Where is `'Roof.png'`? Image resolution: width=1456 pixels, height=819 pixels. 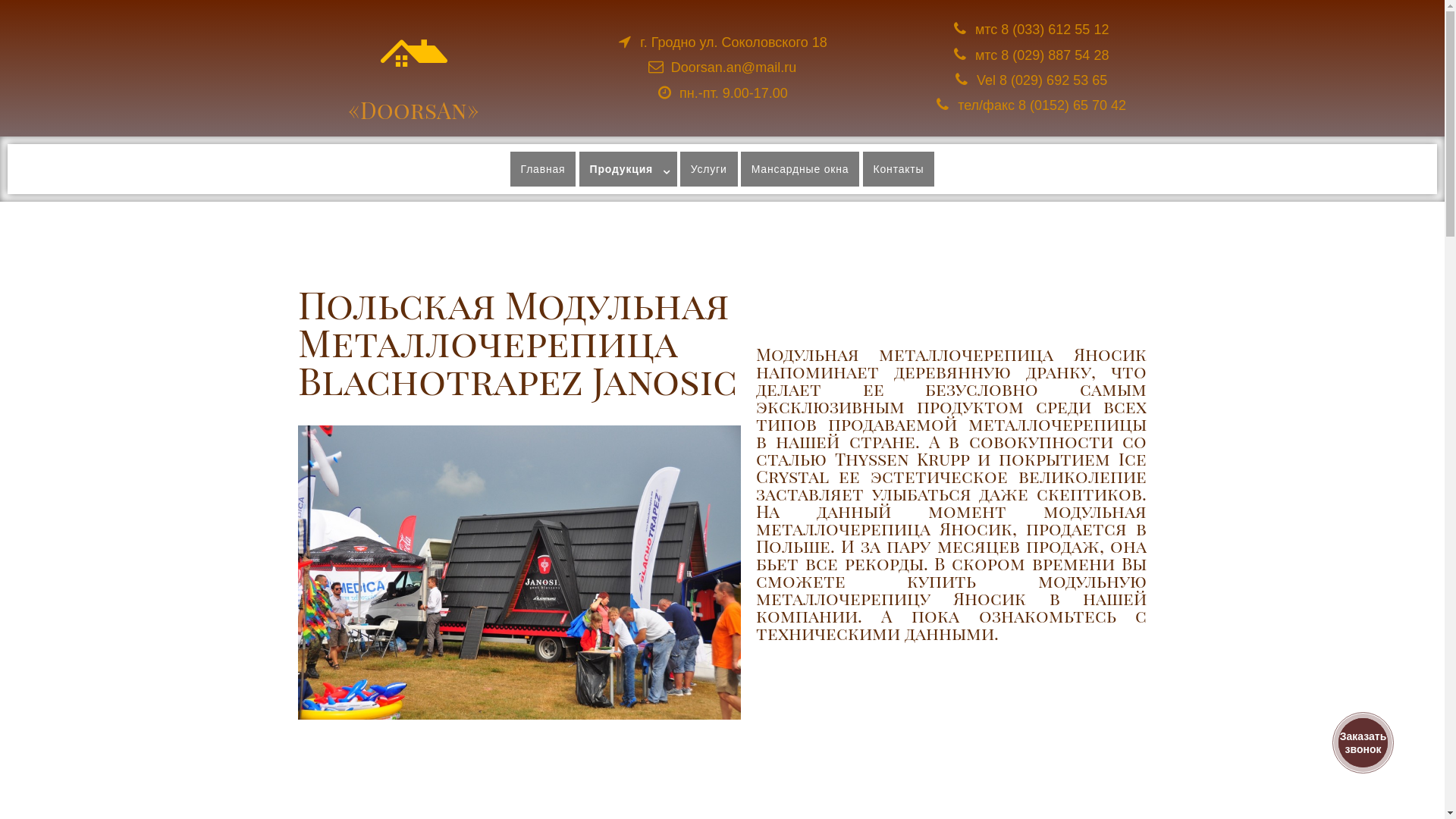
'Roof.png' is located at coordinates (414, 52).